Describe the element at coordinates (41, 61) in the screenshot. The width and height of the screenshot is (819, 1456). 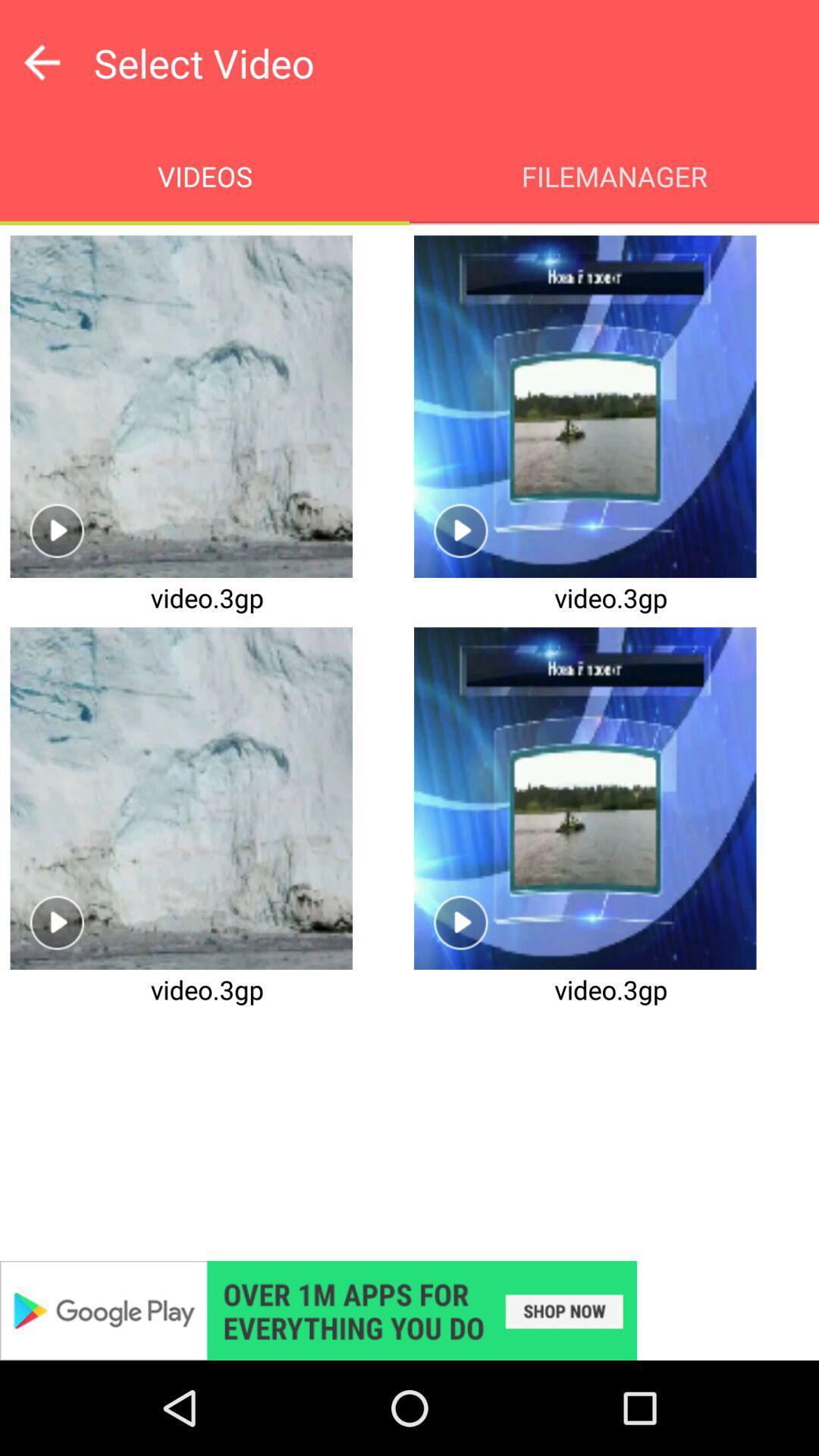
I see `go back` at that location.